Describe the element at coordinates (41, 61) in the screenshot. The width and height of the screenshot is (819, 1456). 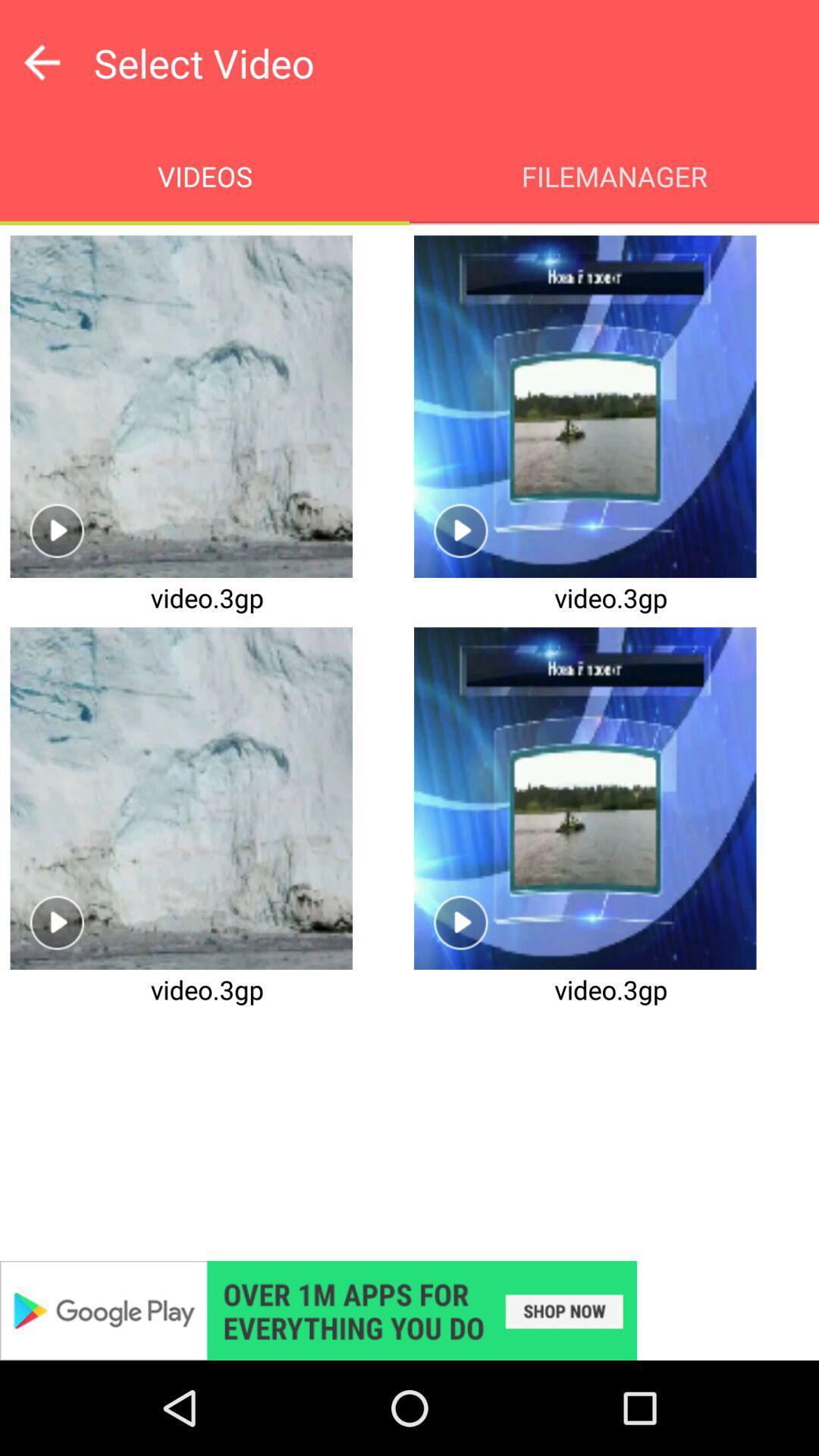
I see `go back` at that location.